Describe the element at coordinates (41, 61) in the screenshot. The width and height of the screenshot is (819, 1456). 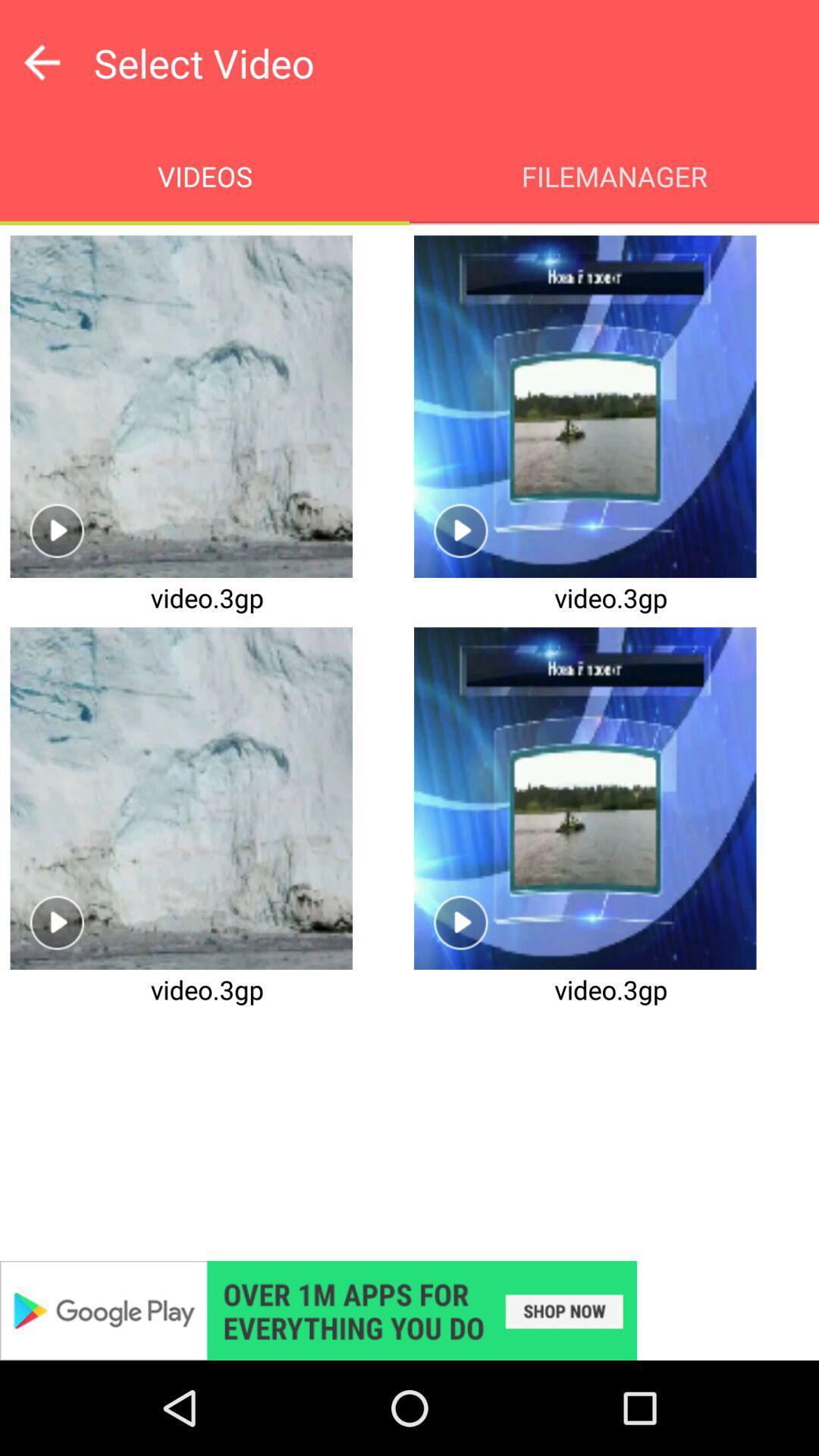
I see `go back` at that location.